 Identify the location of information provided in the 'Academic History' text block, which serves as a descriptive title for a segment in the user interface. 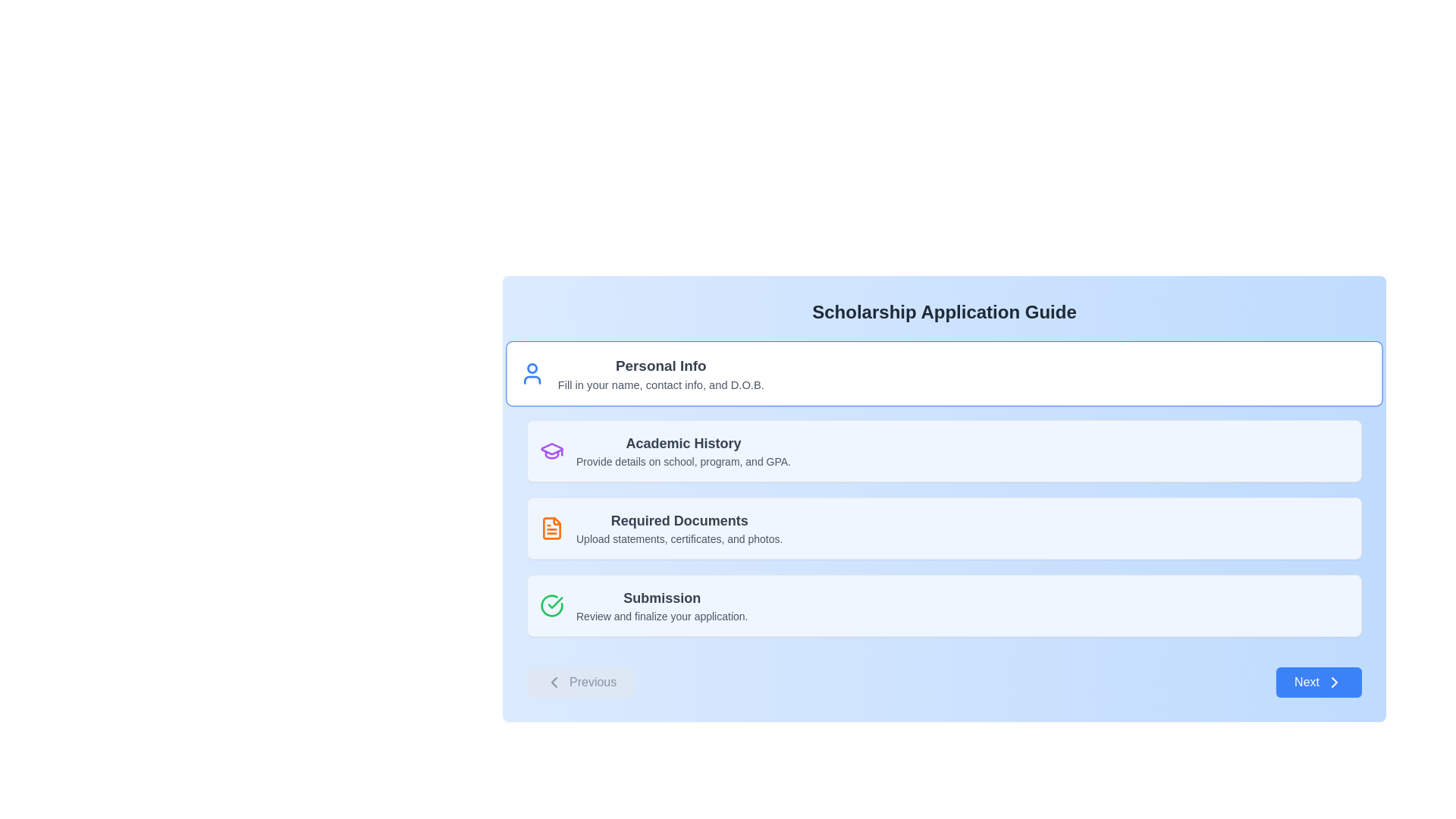
(682, 450).